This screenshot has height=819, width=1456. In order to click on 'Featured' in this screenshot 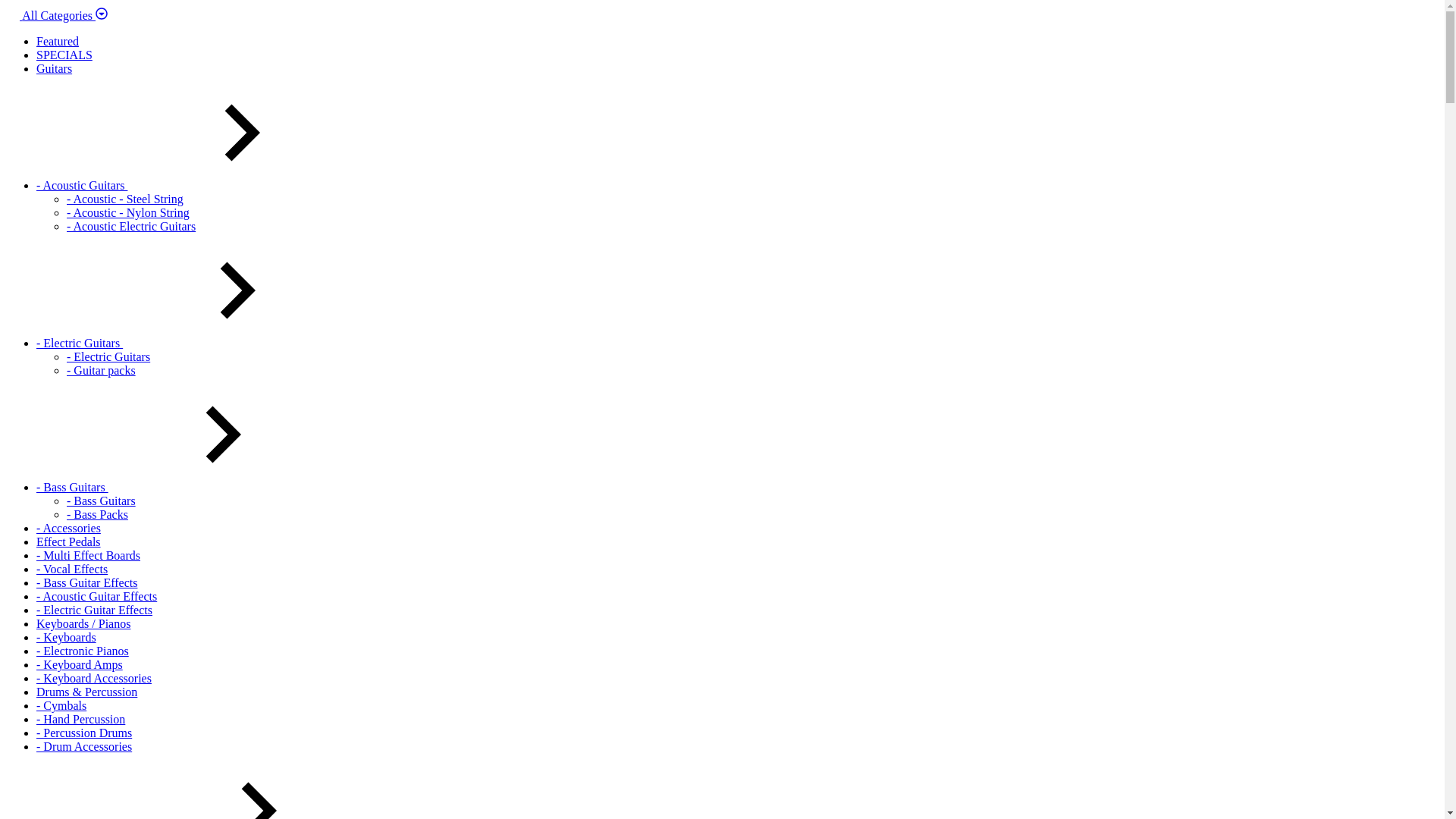, I will do `click(58, 40)`.